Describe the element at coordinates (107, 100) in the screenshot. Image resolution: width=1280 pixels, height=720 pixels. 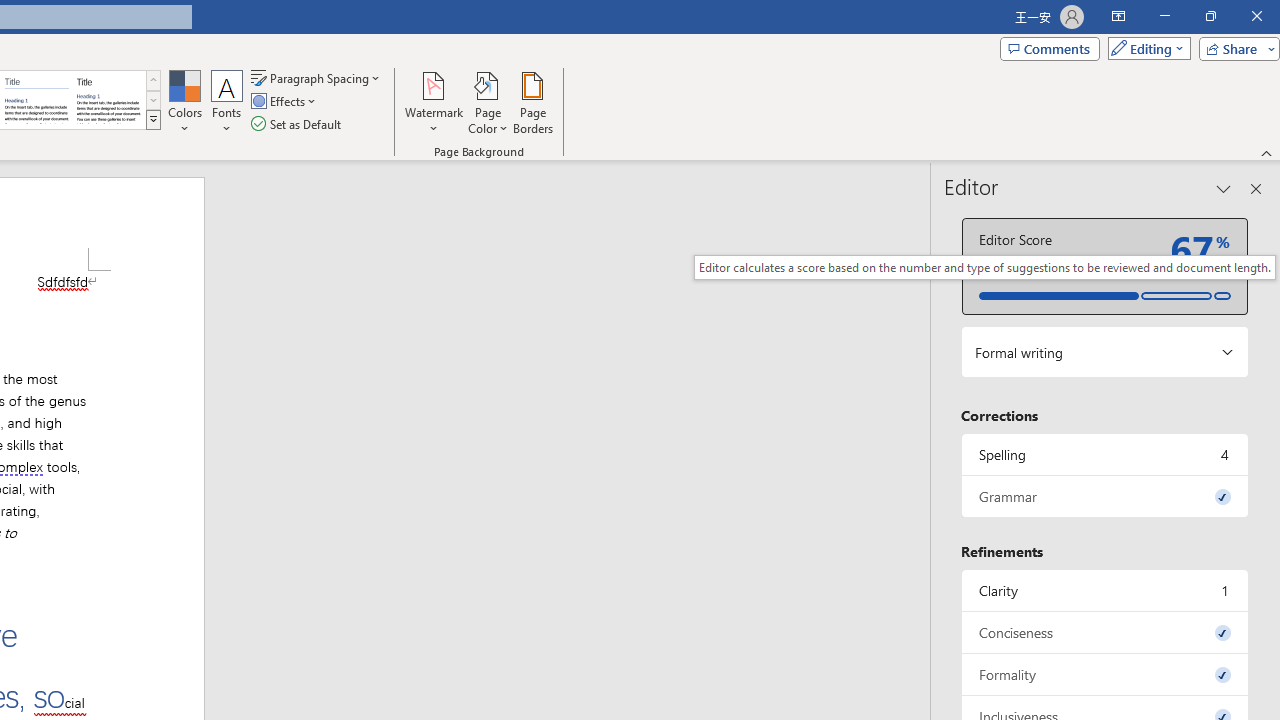
I see `'Word 2013'` at that location.